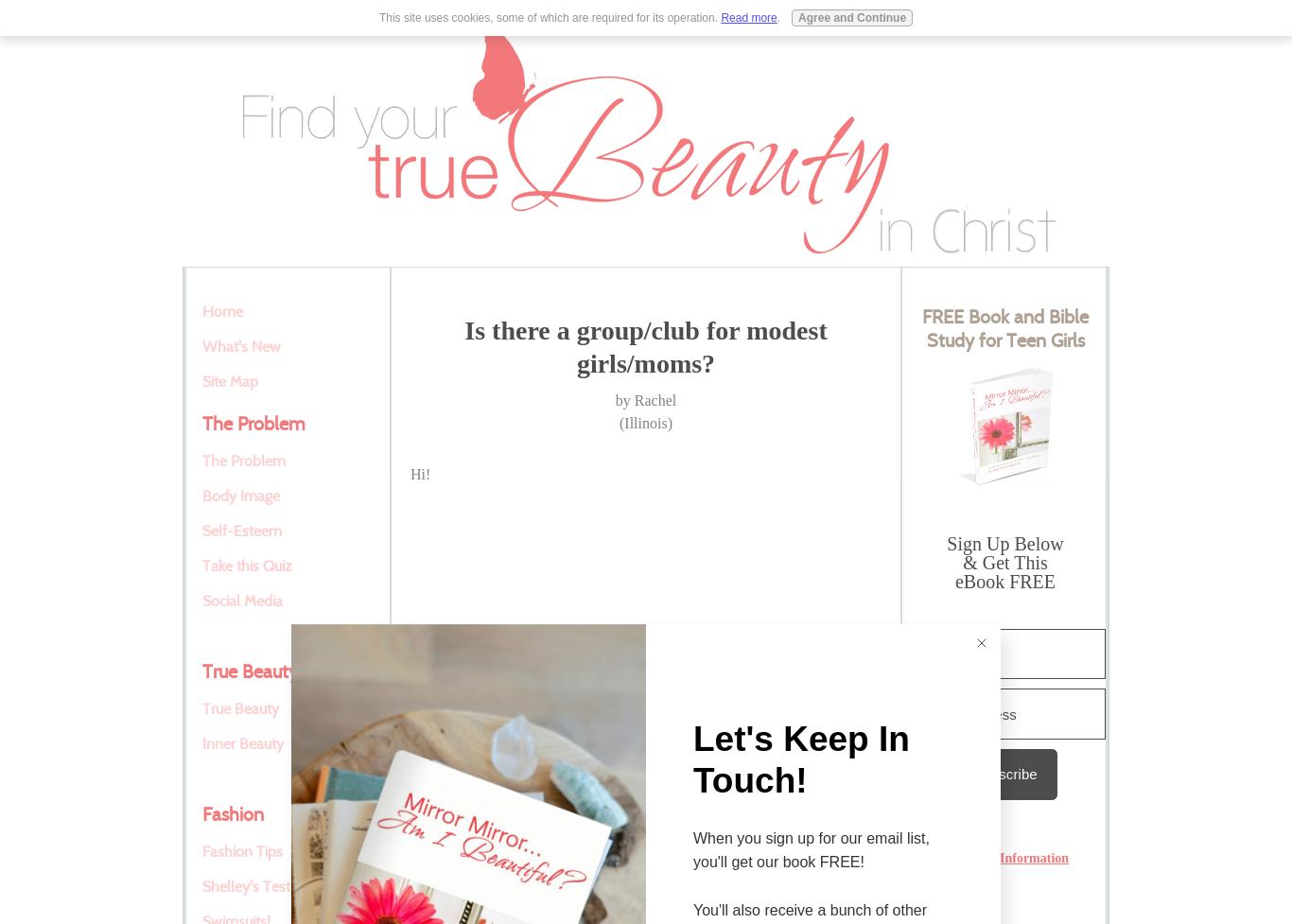 The width and height of the screenshot is (1292, 924). Describe the element at coordinates (775, 16) in the screenshot. I see `'.'` at that location.